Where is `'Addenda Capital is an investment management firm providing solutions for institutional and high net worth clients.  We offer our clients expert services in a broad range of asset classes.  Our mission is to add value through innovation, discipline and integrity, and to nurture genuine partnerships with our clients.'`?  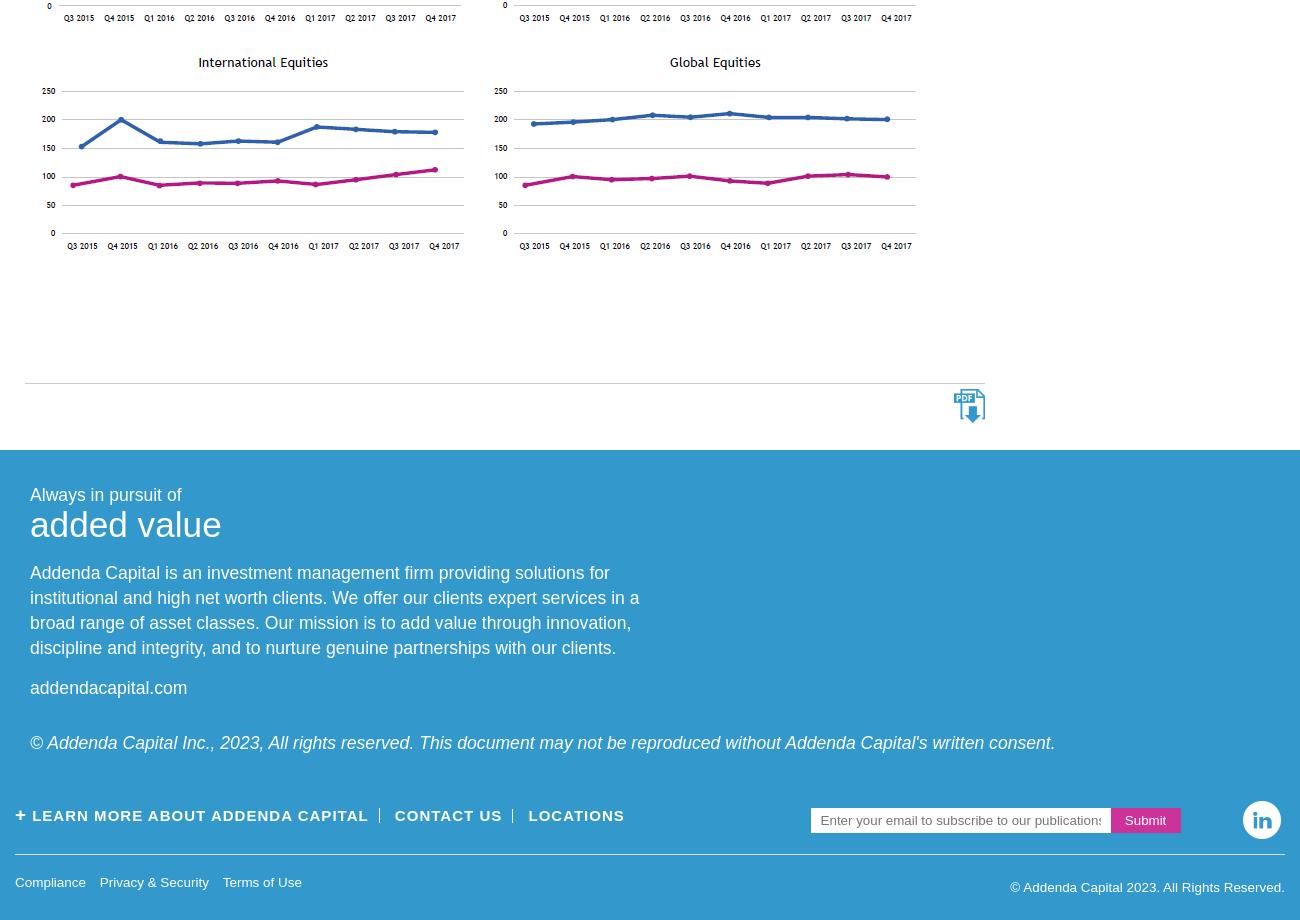
'Addenda Capital is an investment management firm providing solutions for institutional and high net worth clients.  We offer our clients expert services in a broad range of asset classes.  Our mission is to add value through innovation, discipline and integrity, and to nurture genuine partnerships with our clients.' is located at coordinates (333, 609).